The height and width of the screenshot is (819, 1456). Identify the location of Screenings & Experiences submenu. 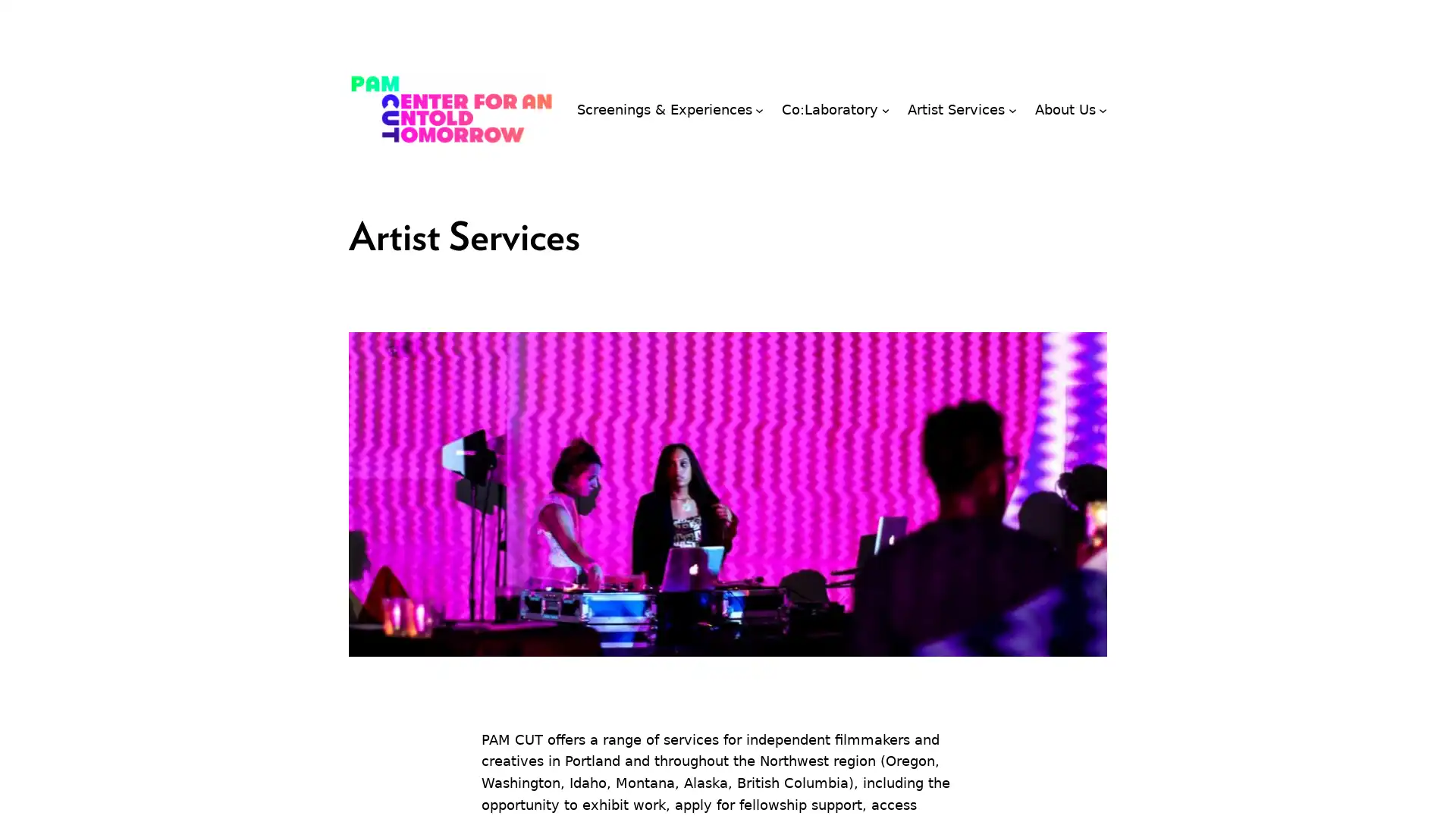
(759, 108).